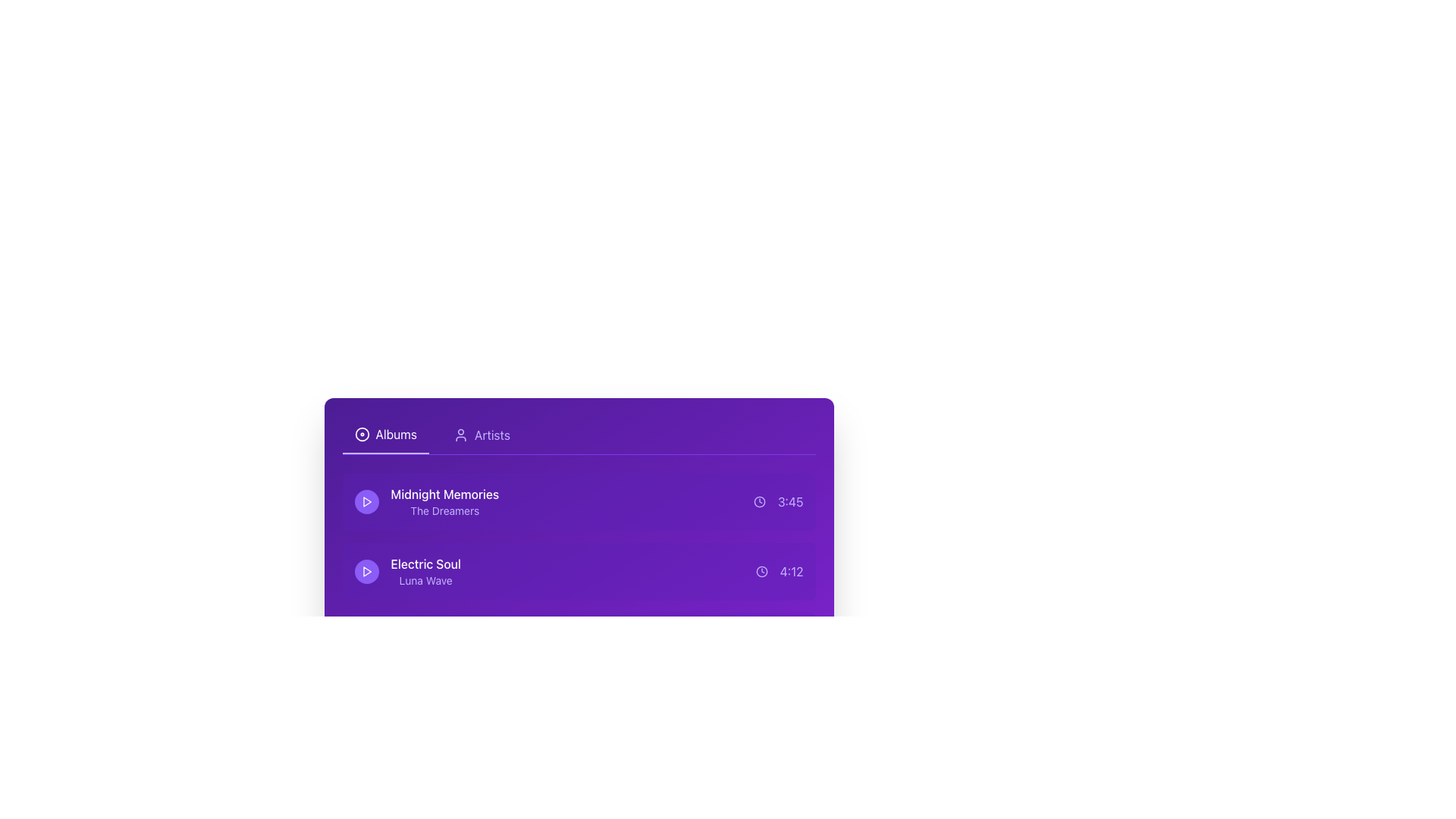 This screenshot has height=819, width=1456. I want to click on the violet clock-shaped icon located to the left of the text '3:45', which is the second item from the top in a visible list, so click(759, 502).